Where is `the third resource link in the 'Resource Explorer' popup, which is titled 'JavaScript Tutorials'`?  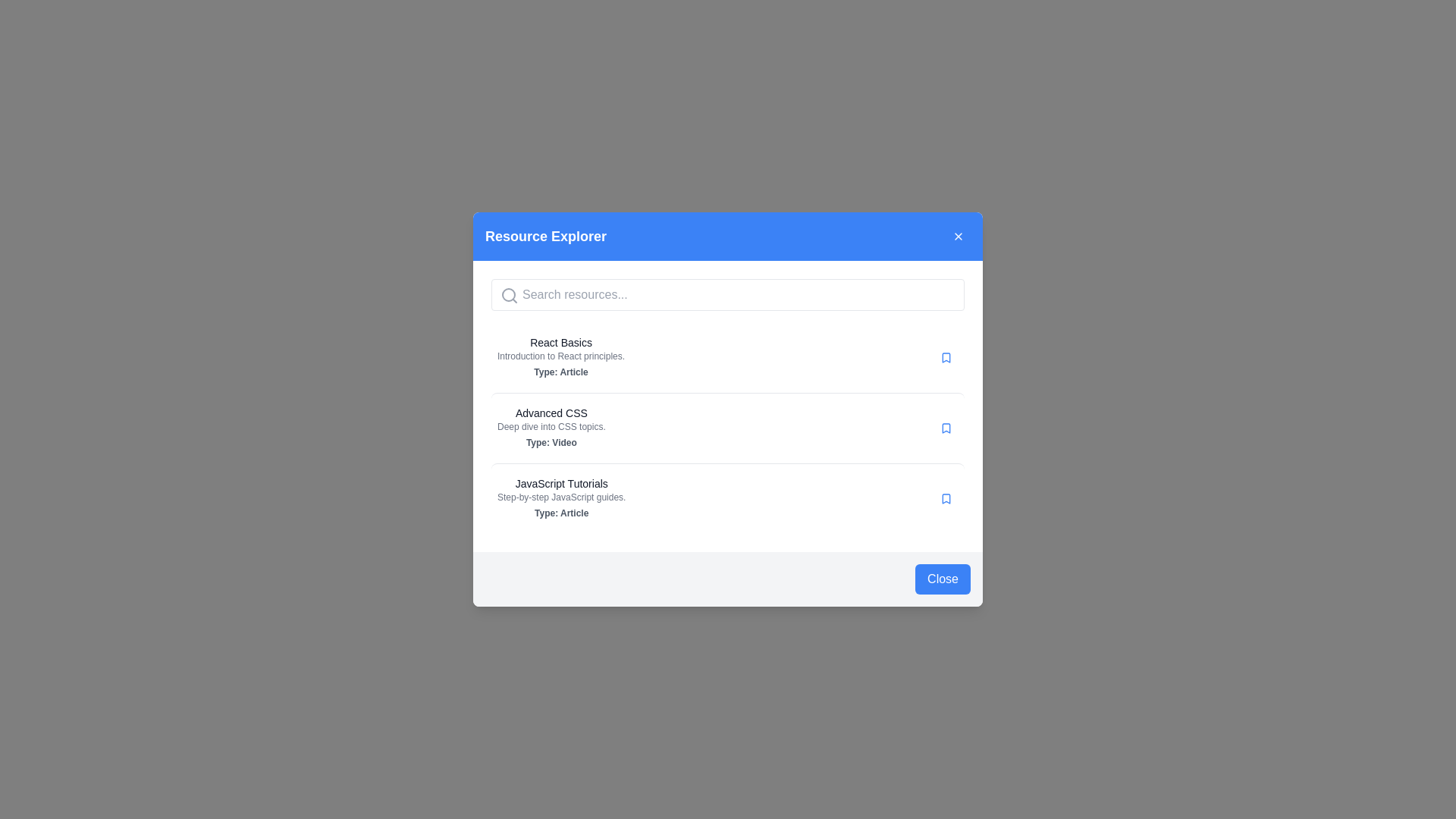 the third resource link in the 'Resource Explorer' popup, which is titled 'JavaScript Tutorials' is located at coordinates (560, 499).